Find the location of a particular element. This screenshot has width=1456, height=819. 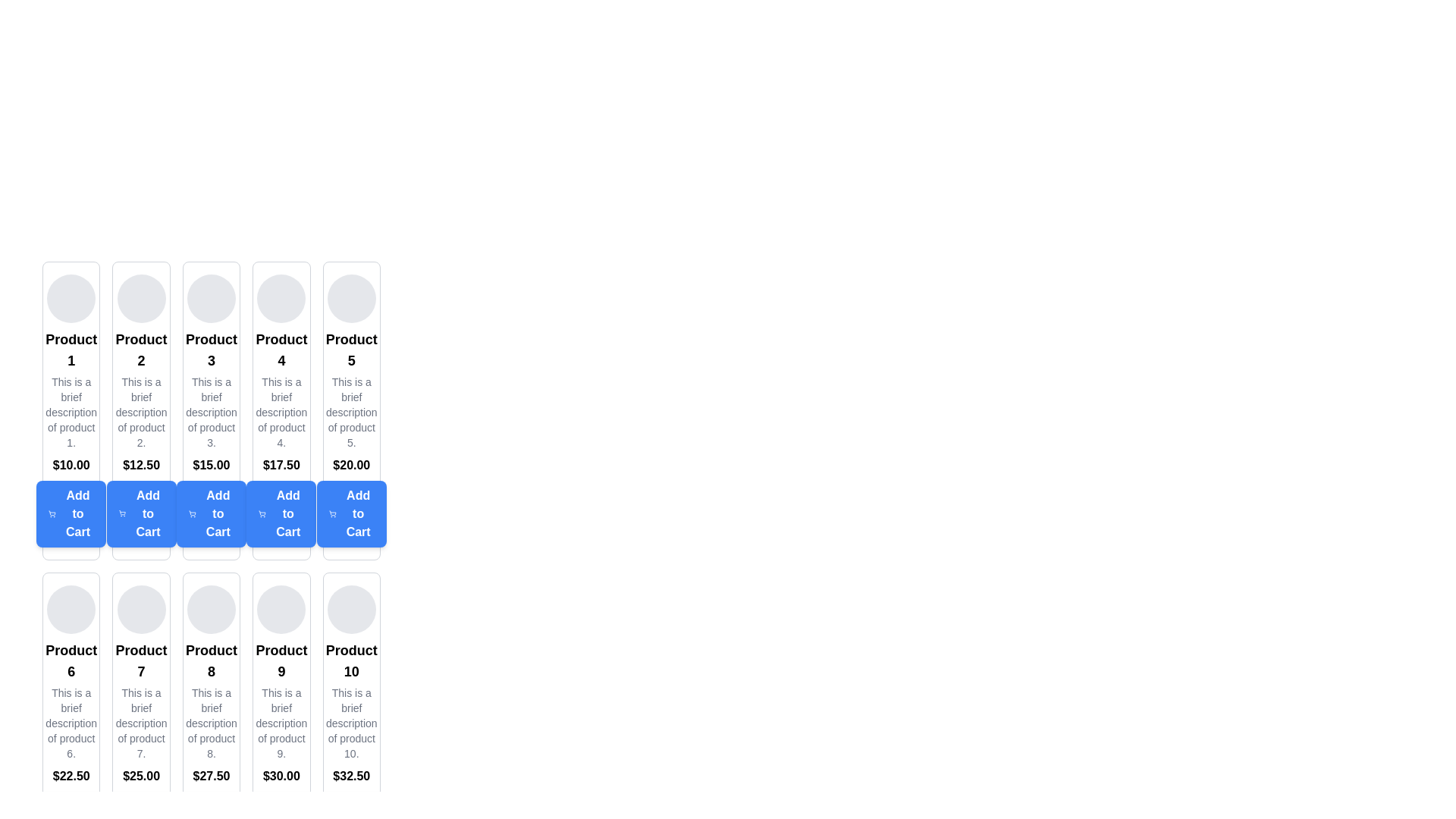

the 'Add to Cart' icon located inside the blue button under the 'Product 3' column, which visually cues users to add the product to their shopping cart is located at coordinates (191, 513).